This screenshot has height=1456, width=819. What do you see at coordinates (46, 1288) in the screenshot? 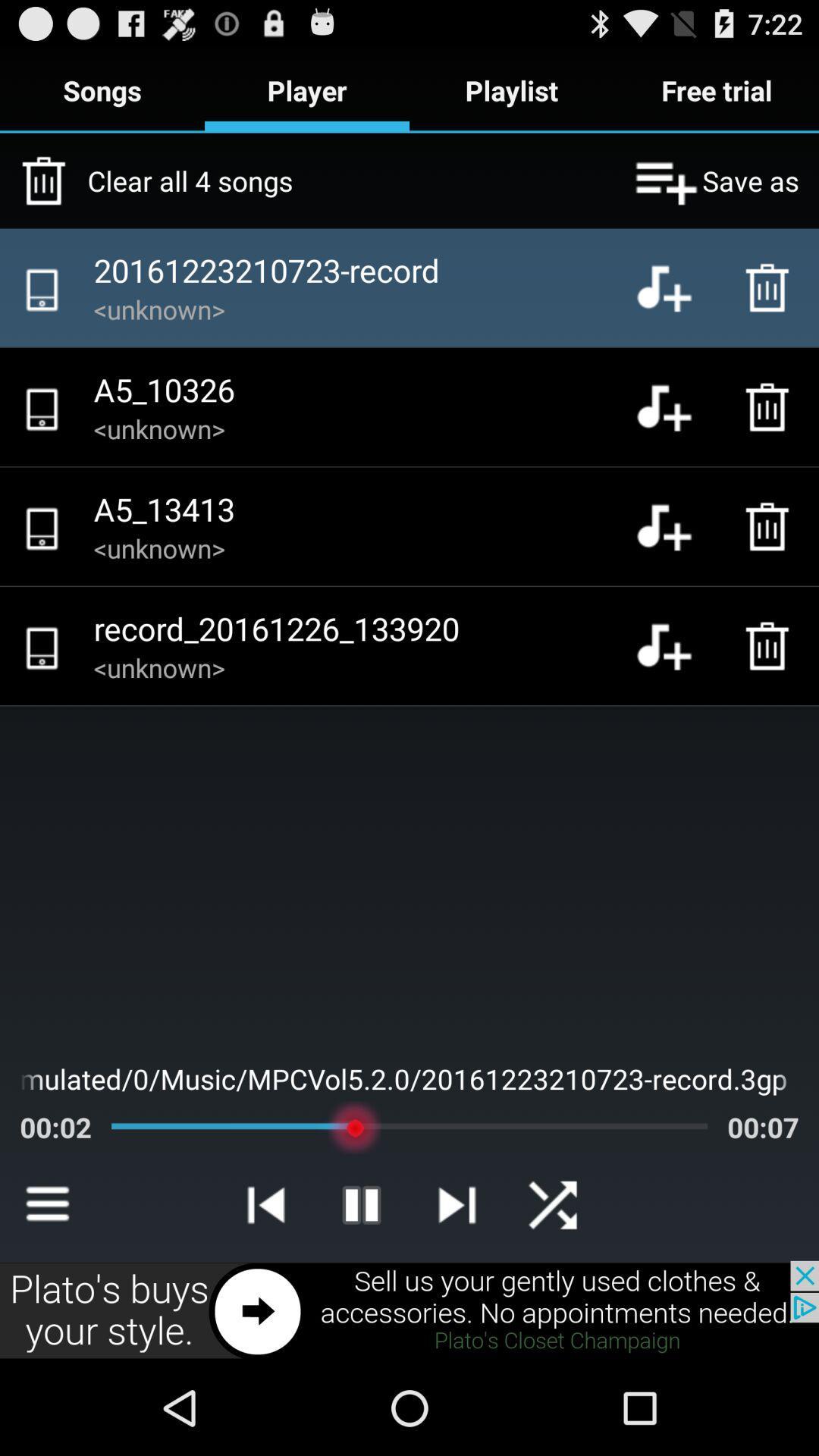
I see `the menu icon` at bounding box center [46, 1288].